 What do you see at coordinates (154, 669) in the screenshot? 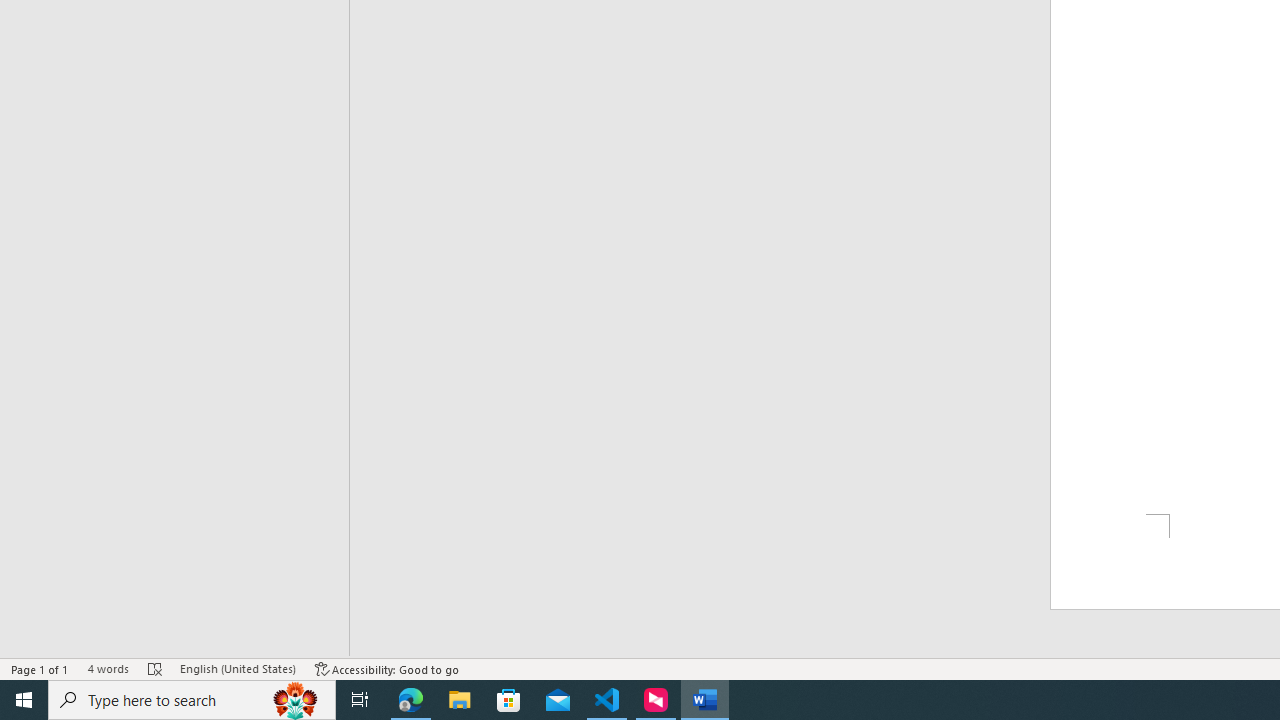
I see `'Spelling and Grammar Check Errors'` at bounding box center [154, 669].